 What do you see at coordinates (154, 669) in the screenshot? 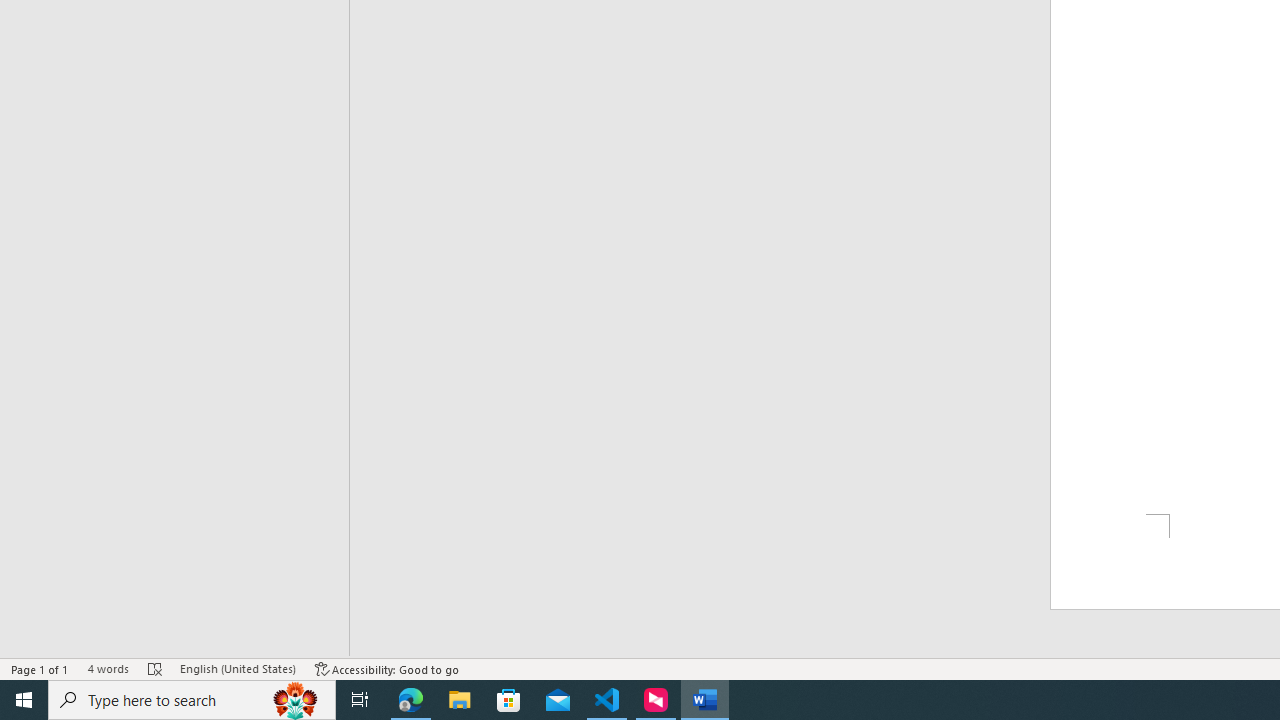
I see `'Spelling and Grammar Check Errors'` at bounding box center [154, 669].